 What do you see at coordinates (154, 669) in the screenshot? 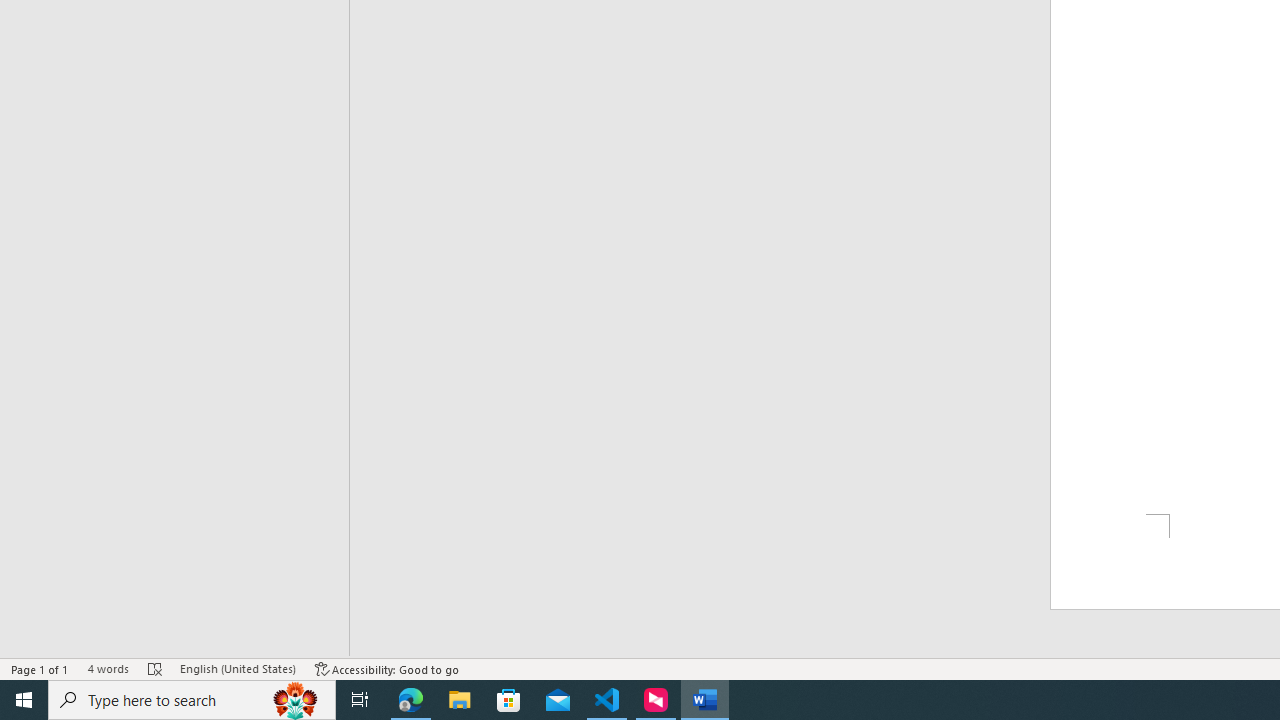
I see `'Spelling and Grammar Check Errors'` at bounding box center [154, 669].